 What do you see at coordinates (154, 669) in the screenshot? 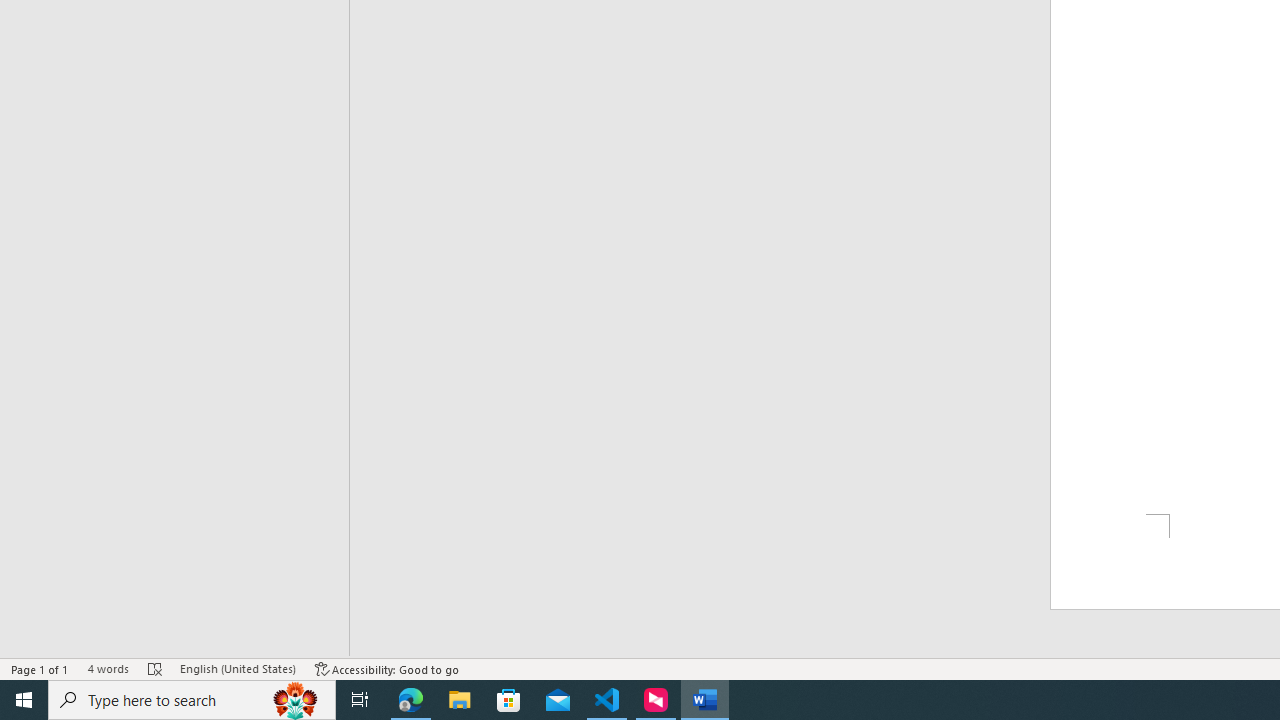
I see `'Spelling and Grammar Check Errors'` at bounding box center [154, 669].